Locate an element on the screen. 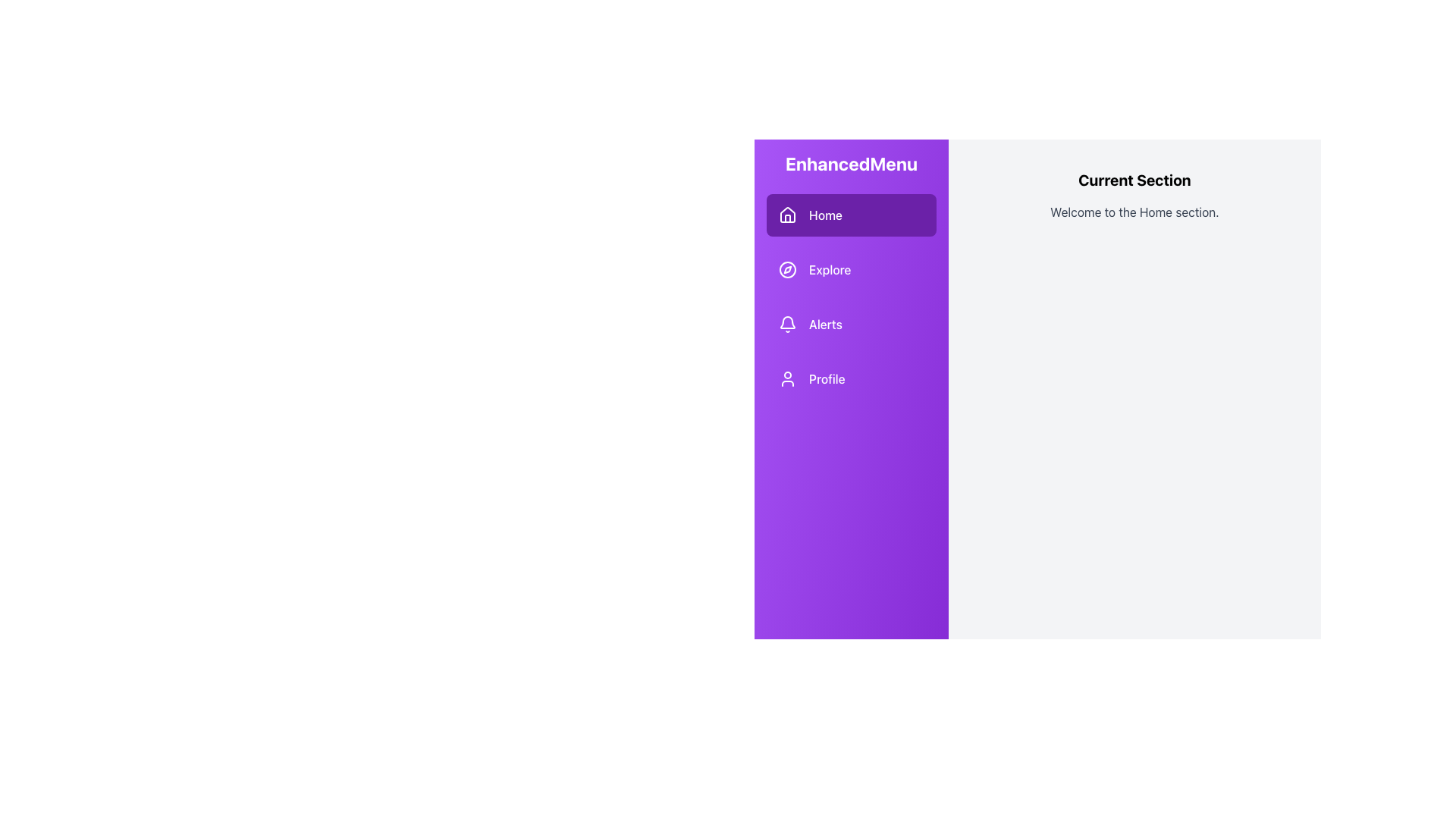 The height and width of the screenshot is (819, 1456). the notification icon located in the left sidebar of the interface, which visually represents alerts and is part of the 'Alerts' menu item is located at coordinates (787, 324).